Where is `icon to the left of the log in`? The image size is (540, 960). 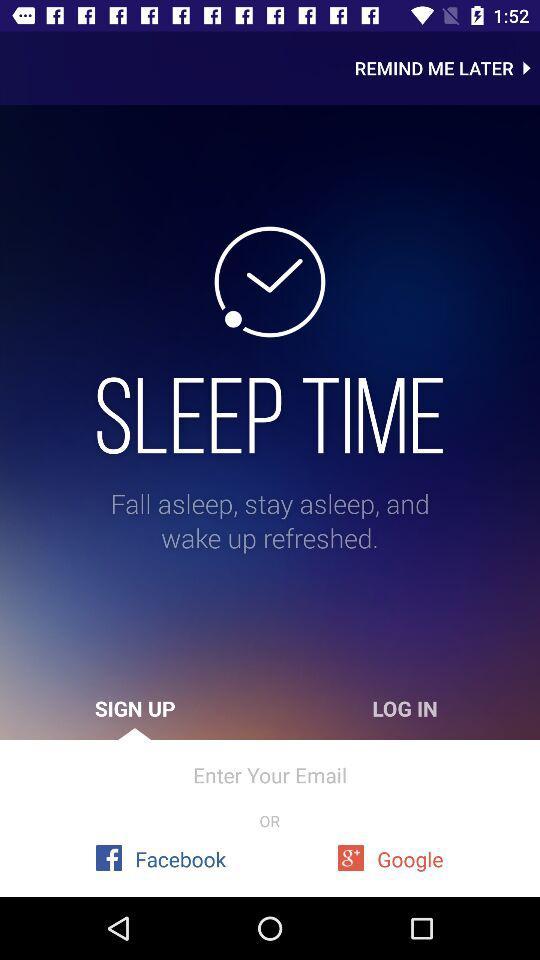 icon to the left of the log in is located at coordinates (135, 708).